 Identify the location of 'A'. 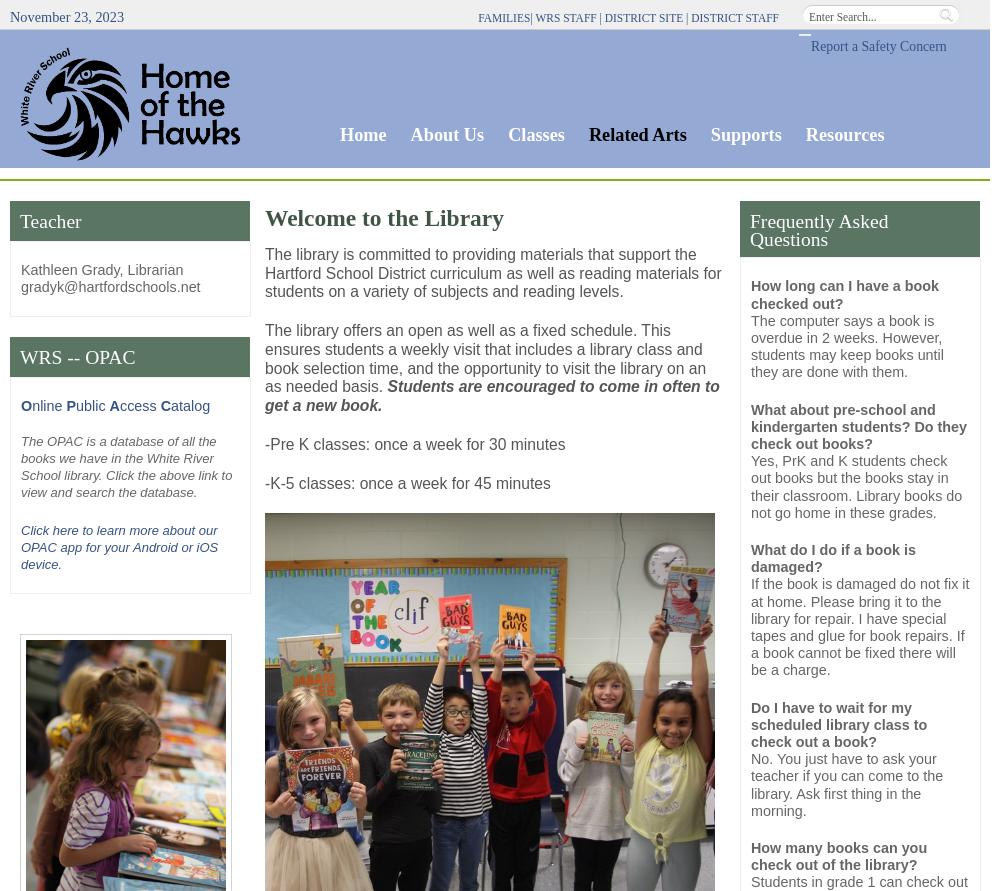
(113, 406).